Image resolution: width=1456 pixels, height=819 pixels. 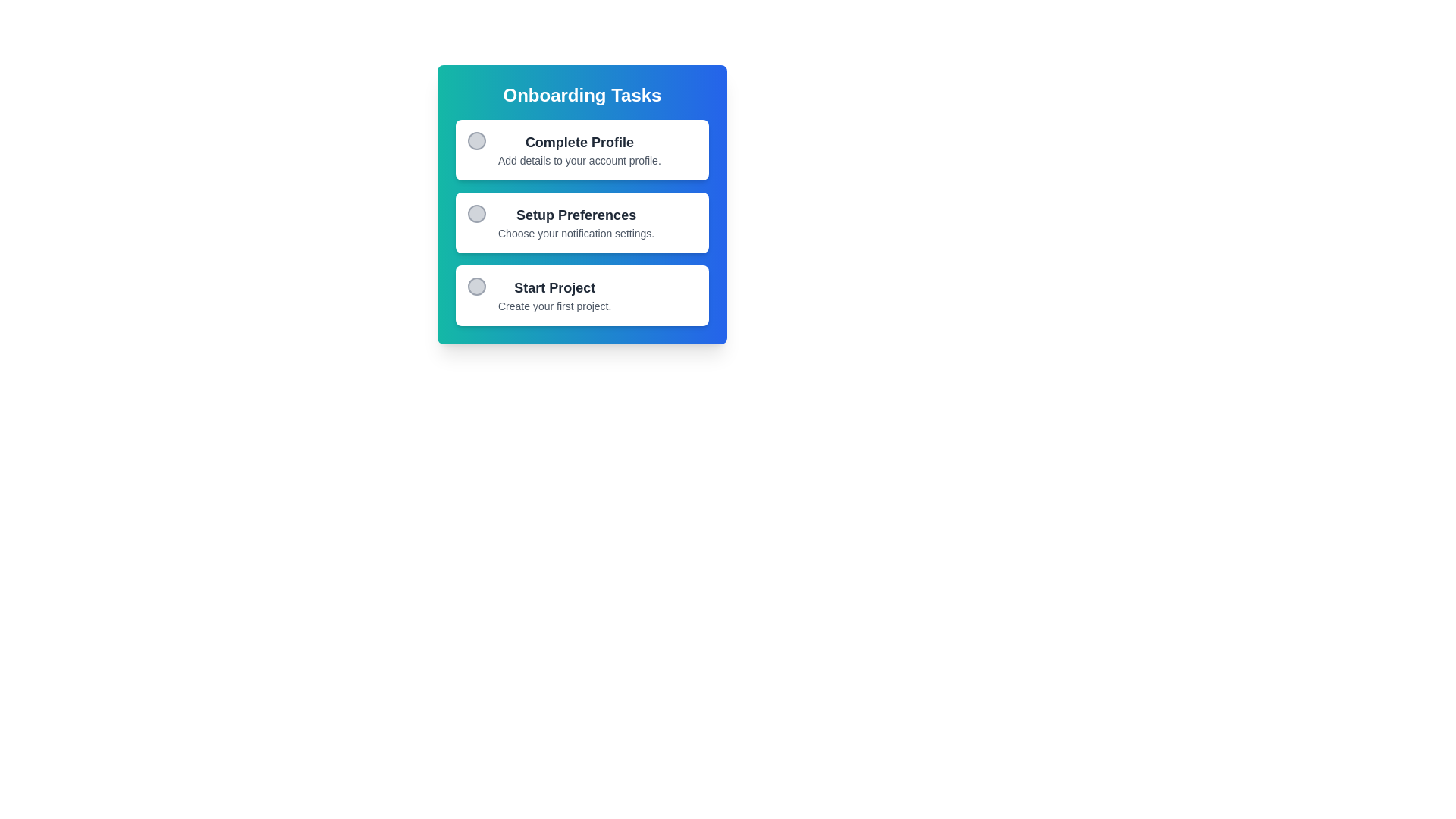 What do you see at coordinates (576, 234) in the screenshot?
I see `the static informative text displaying 'Choose your notification settings.' located below 'Setup Preferences' in the Onboarding Tasks section` at bounding box center [576, 234].